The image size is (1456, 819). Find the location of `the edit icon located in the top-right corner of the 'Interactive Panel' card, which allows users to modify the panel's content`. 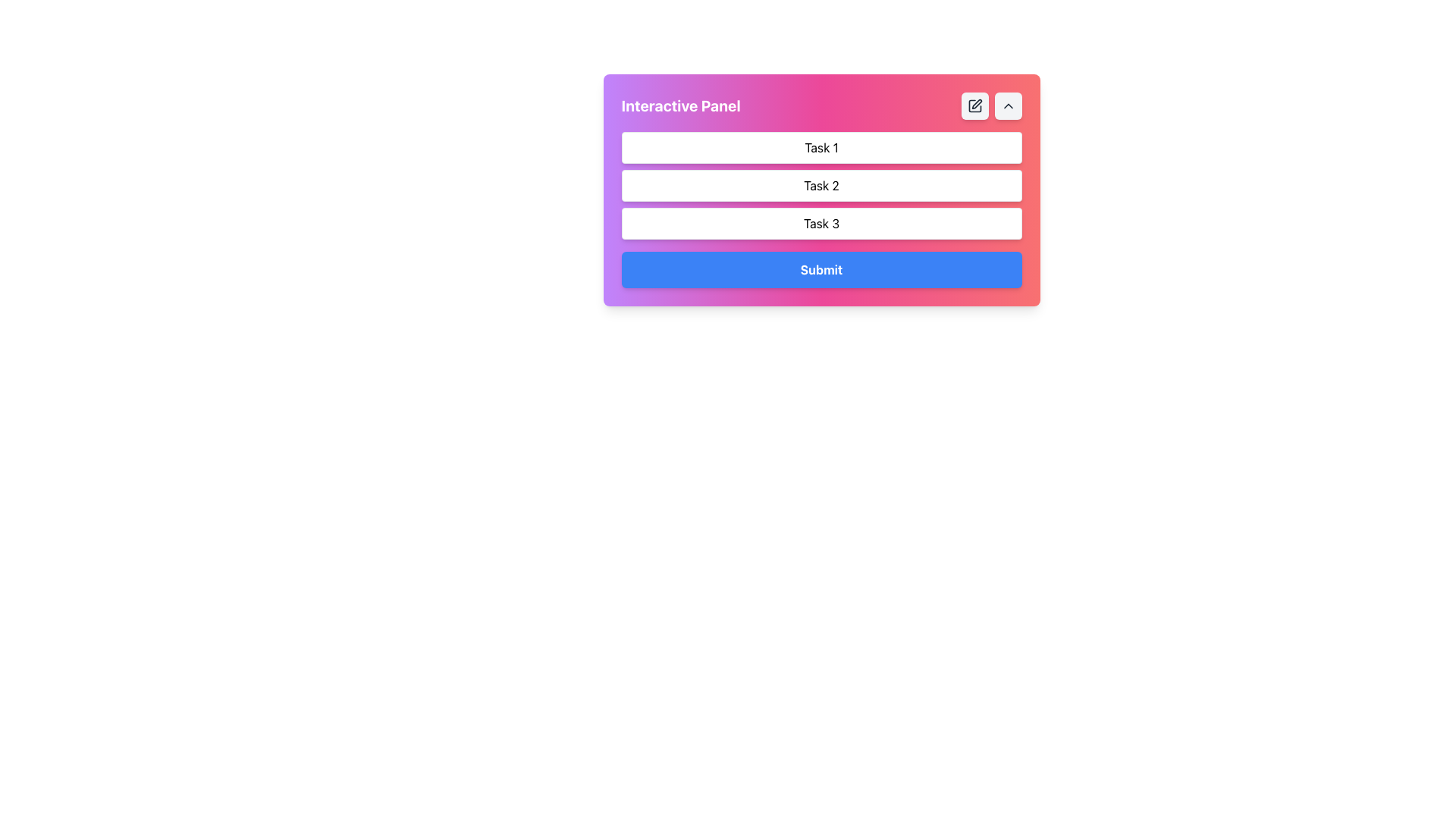

the edit icon located in the top-right corner of the 'Interactive Panel' card, which allows users to modify the panel's content is located at coordinates (976, 103).